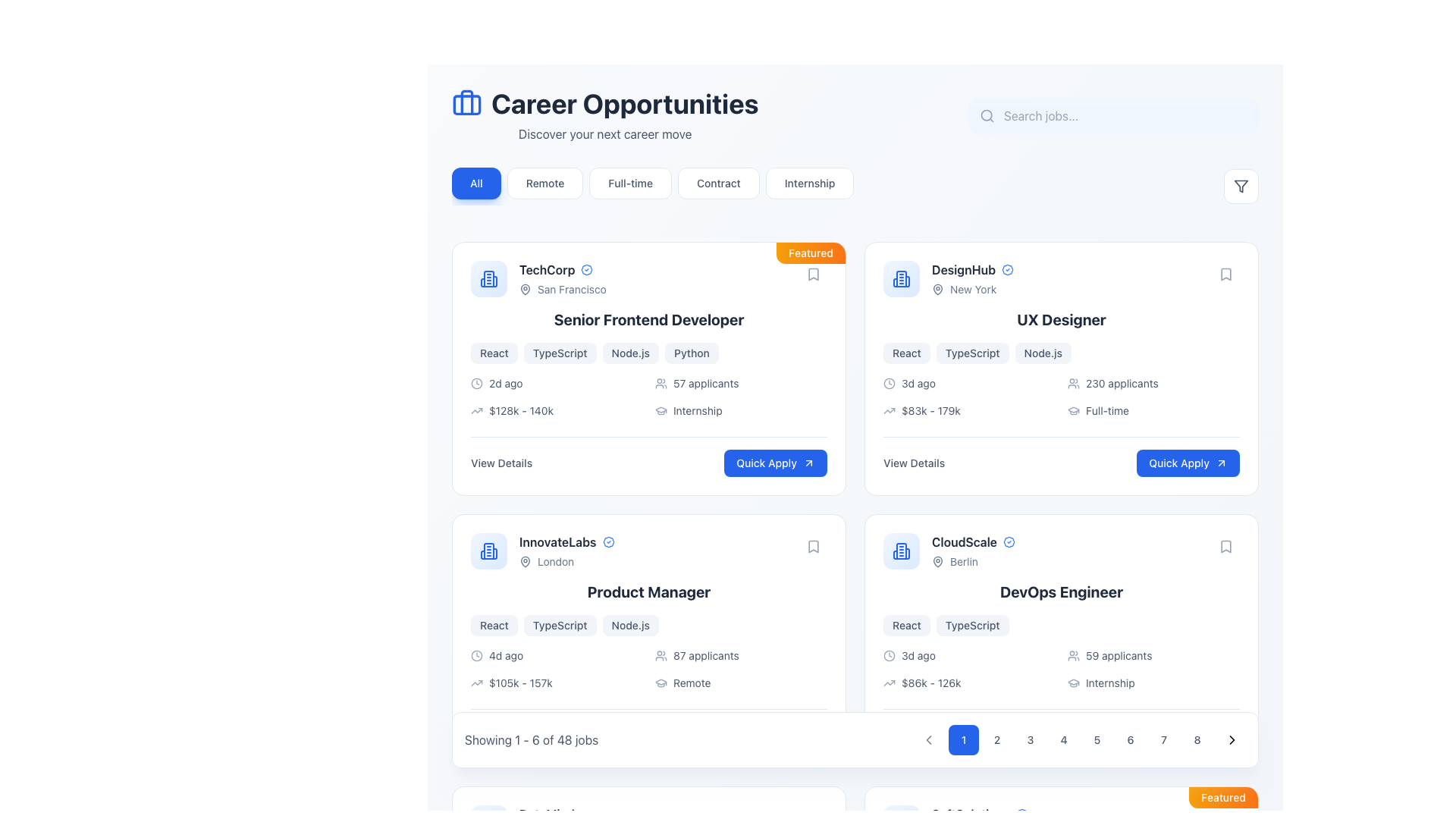  Describe the element at coordinates (813, 547) in the screenshot. I see `the bookmark toggle SVG icon located in the top-right corner of the 'InnovateLabs' job posting card` at that location.